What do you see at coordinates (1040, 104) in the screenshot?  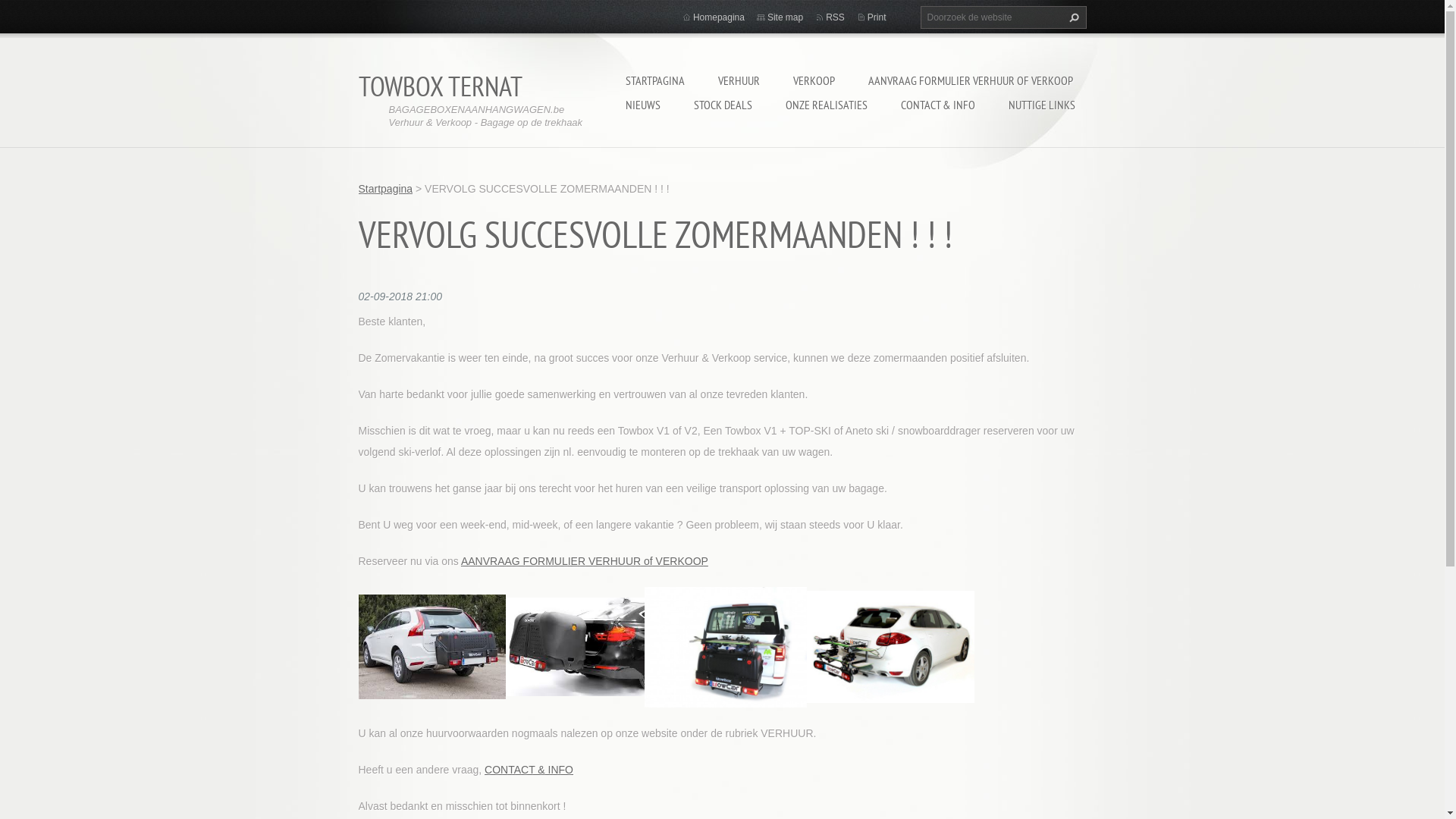 I see `'NUTTIGE LINKS'` at bounding box center [1040, 104].